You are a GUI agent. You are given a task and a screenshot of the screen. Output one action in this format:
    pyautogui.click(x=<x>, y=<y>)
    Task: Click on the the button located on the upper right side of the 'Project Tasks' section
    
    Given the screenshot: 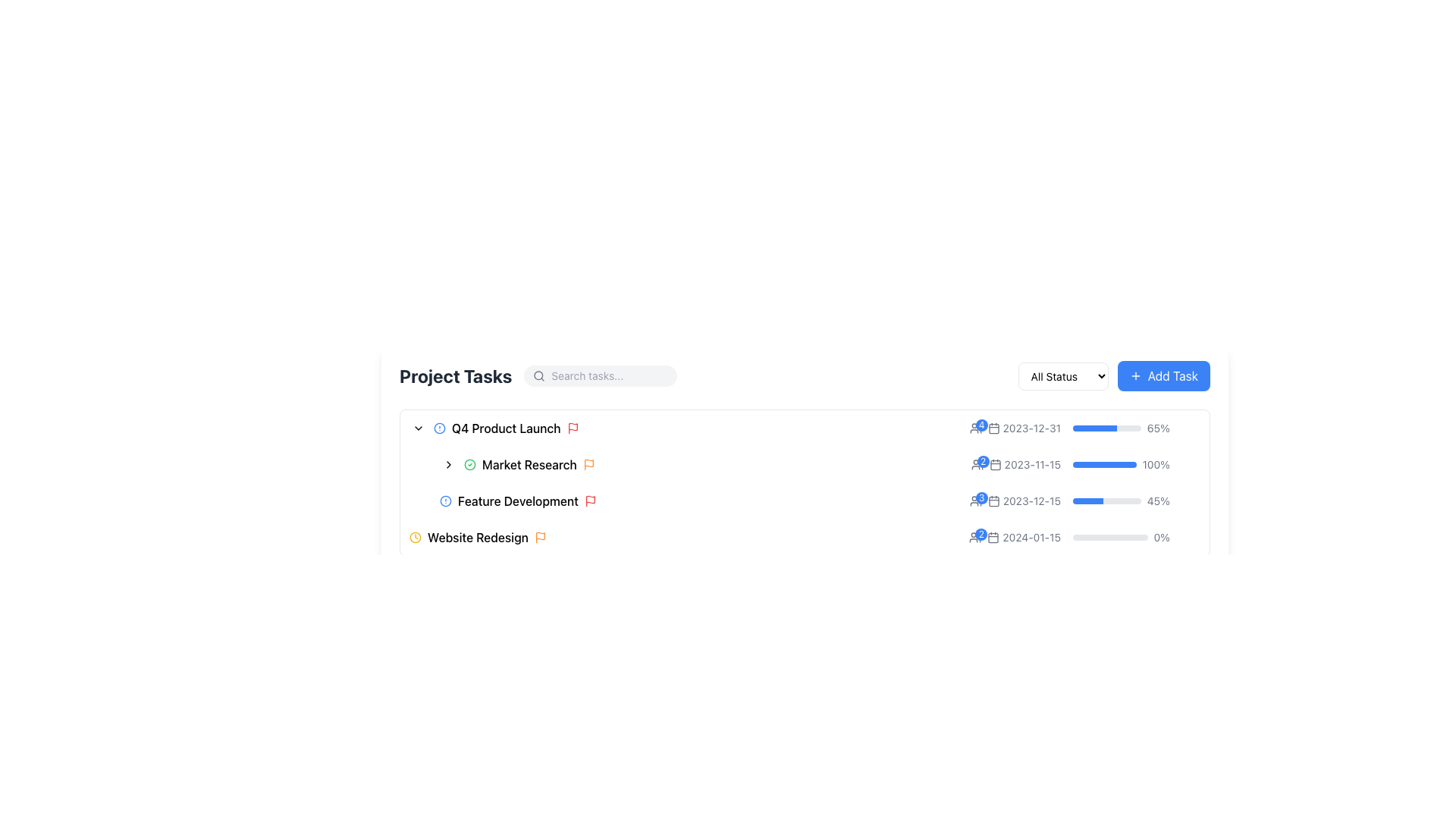 What is the action you would take?
    pyautogui.click(x=1113, y=375)
    